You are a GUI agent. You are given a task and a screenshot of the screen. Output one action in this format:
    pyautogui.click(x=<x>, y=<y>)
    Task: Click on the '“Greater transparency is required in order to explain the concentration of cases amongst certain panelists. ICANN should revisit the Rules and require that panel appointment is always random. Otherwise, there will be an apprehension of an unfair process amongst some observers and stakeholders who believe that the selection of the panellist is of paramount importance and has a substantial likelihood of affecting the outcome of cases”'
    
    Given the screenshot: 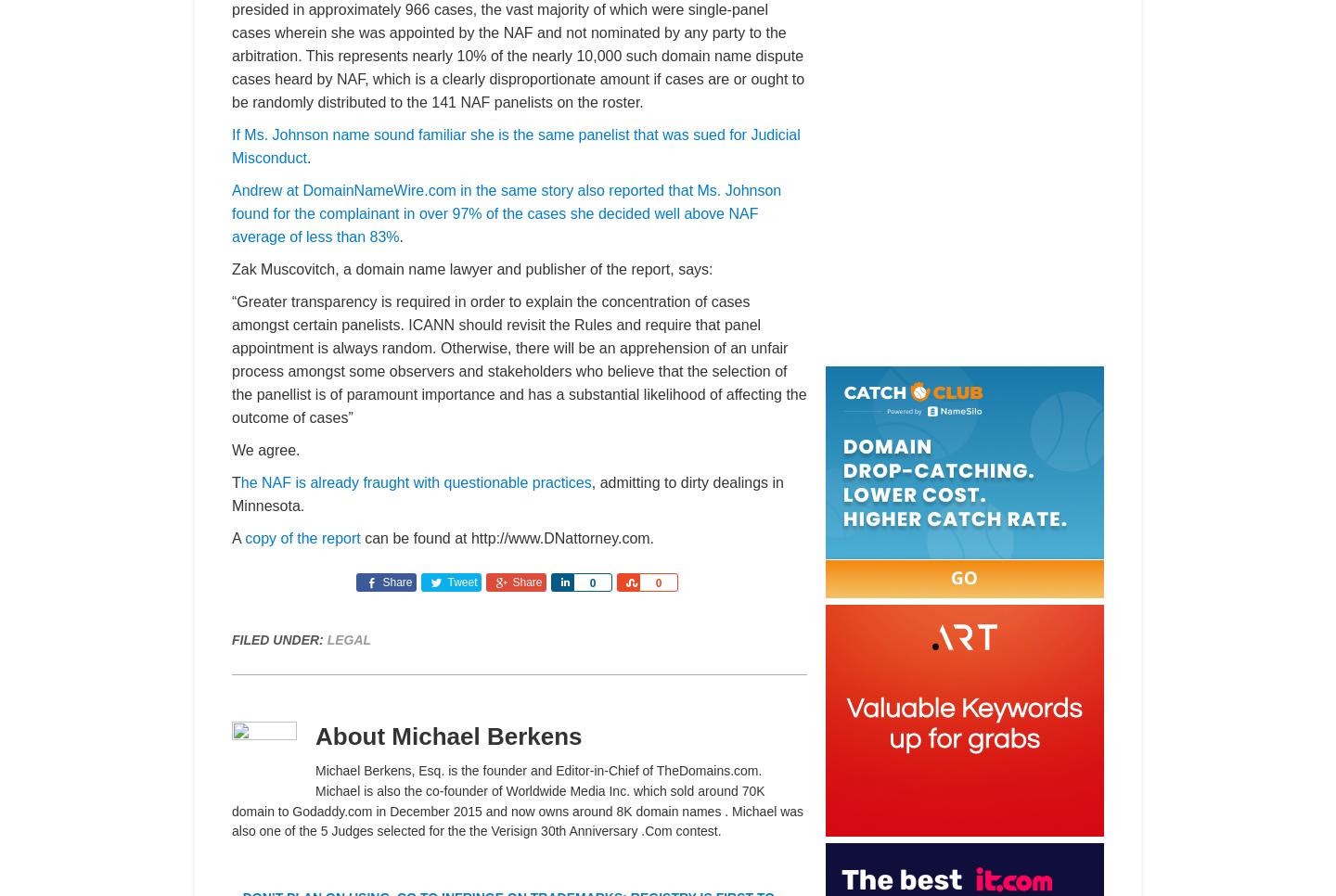 What is the action you would take?
    pyautogui.click(x=519, y=360)
    